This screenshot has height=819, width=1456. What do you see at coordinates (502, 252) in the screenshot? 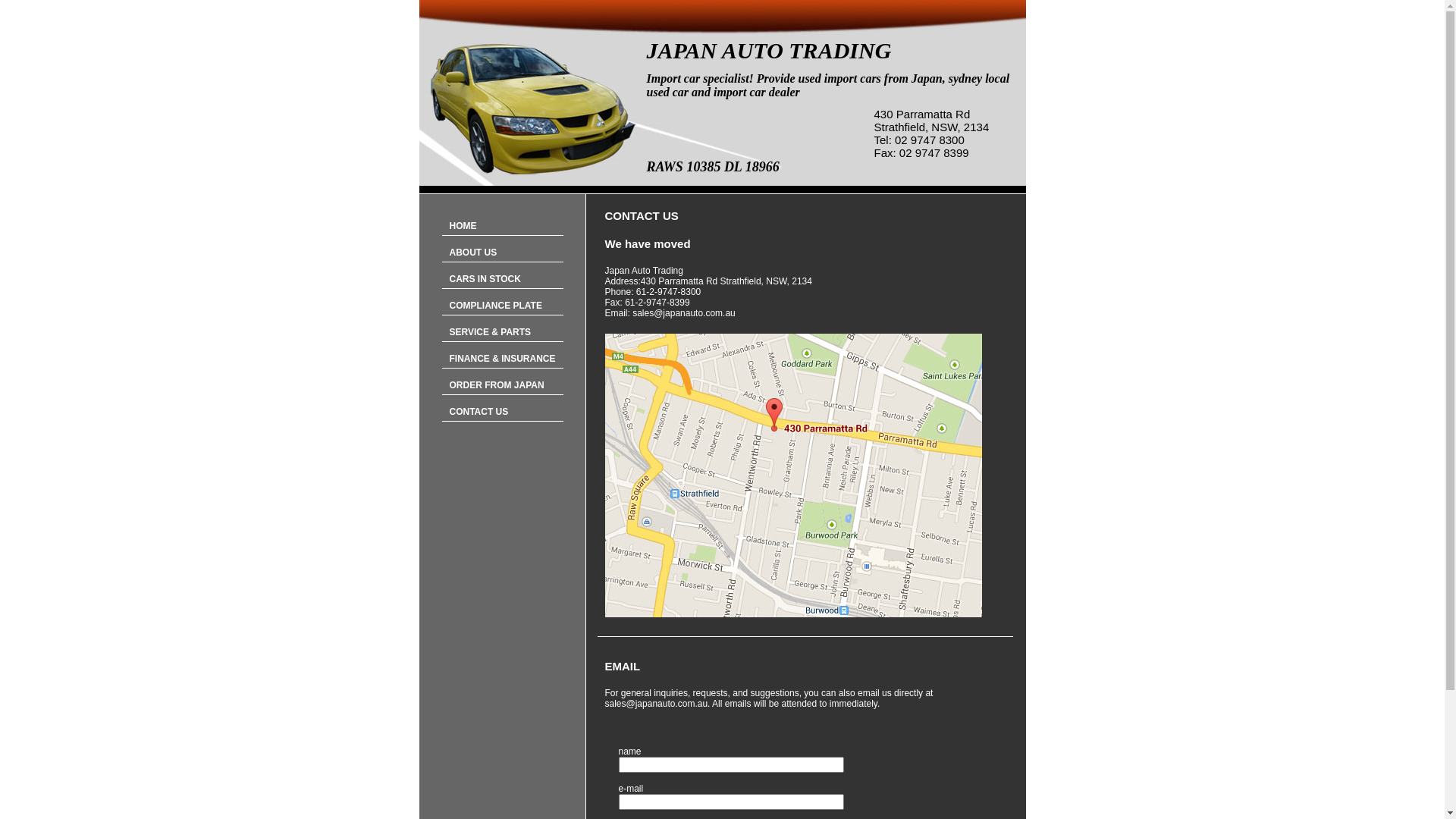
I see `'ABOUT US'` at bounding box center [502, 252].